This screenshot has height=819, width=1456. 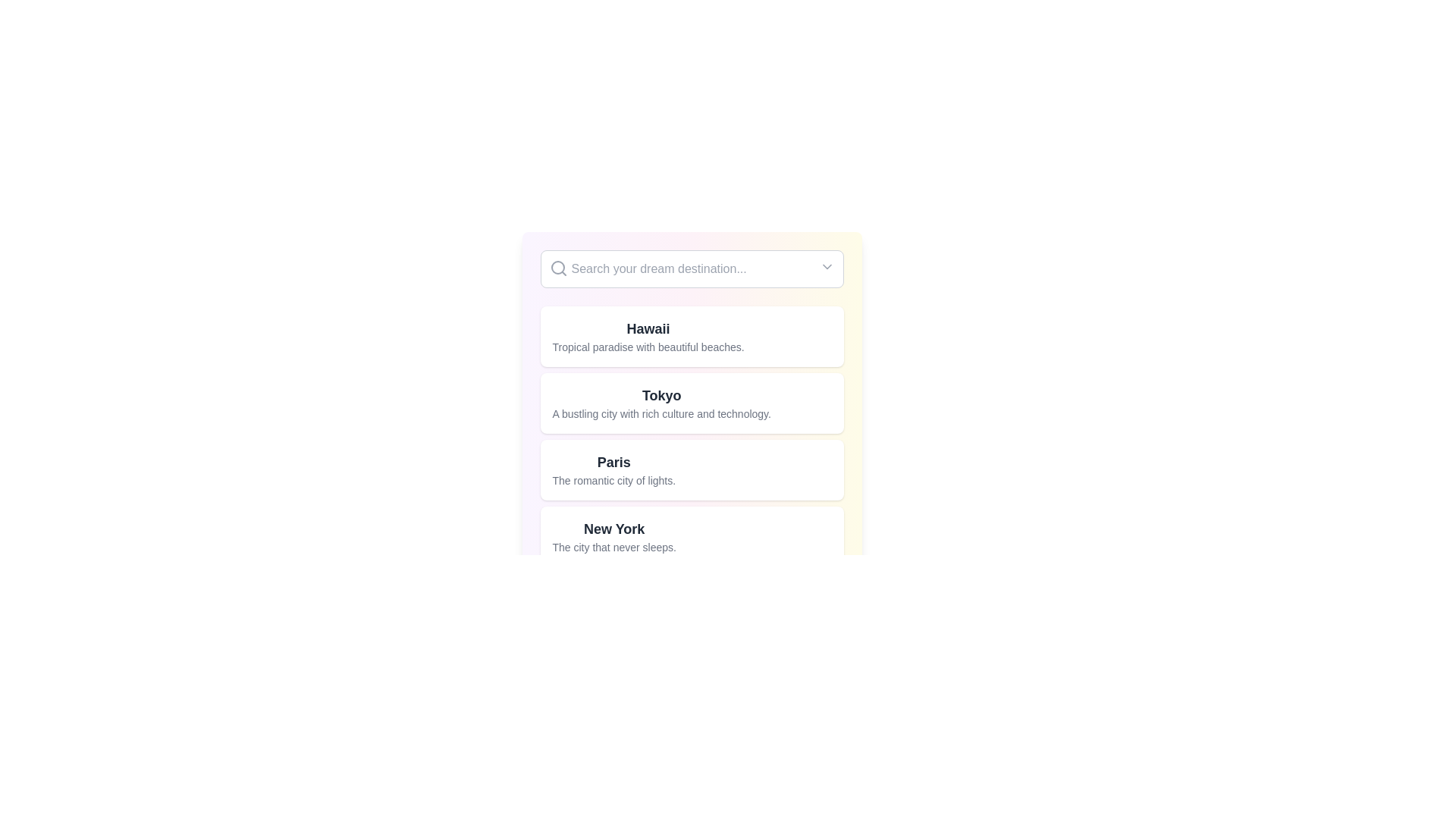 I want to click on the static text label displaying 'A bustling city with rich culture and technology.' that is positioned directly beneath 'Tokyo' in the vertical list interface, so click(x=661, y=414).